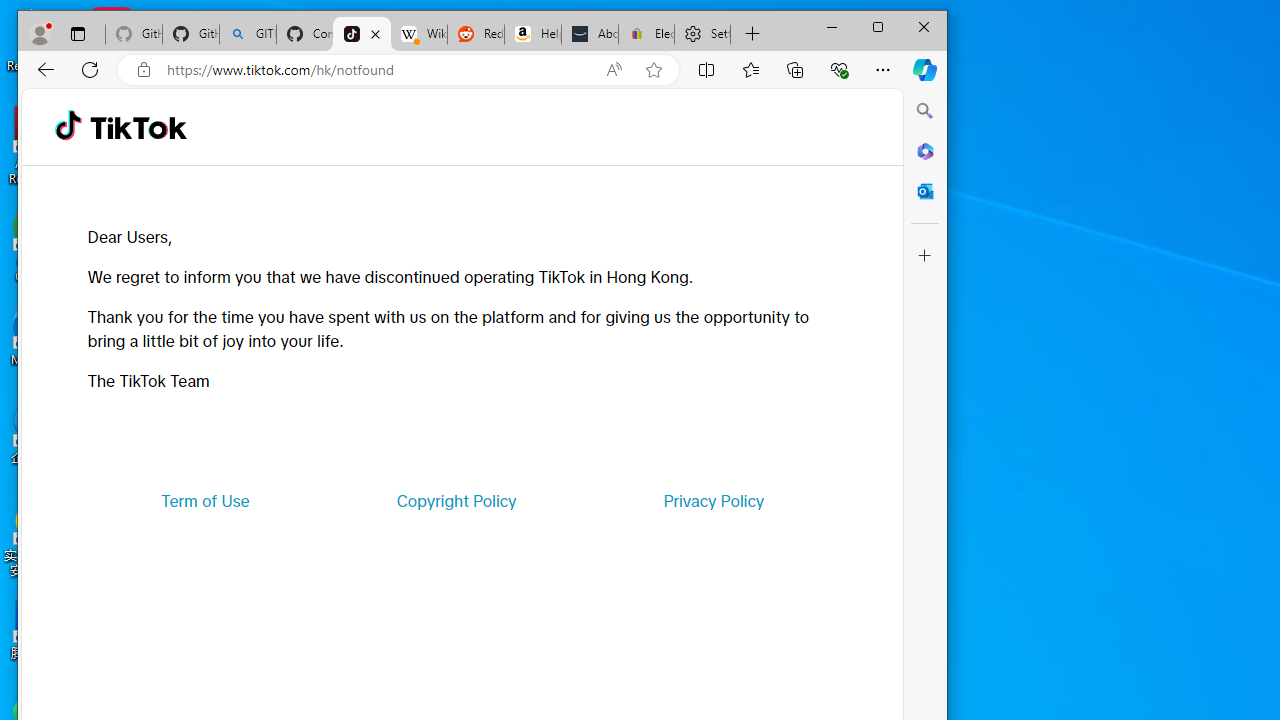 The image size is (1280, 720). What do you see at coordinates (713, 499) in the screenshot?
I see `'Privacy Policy'` at bounding box center [713, 499].